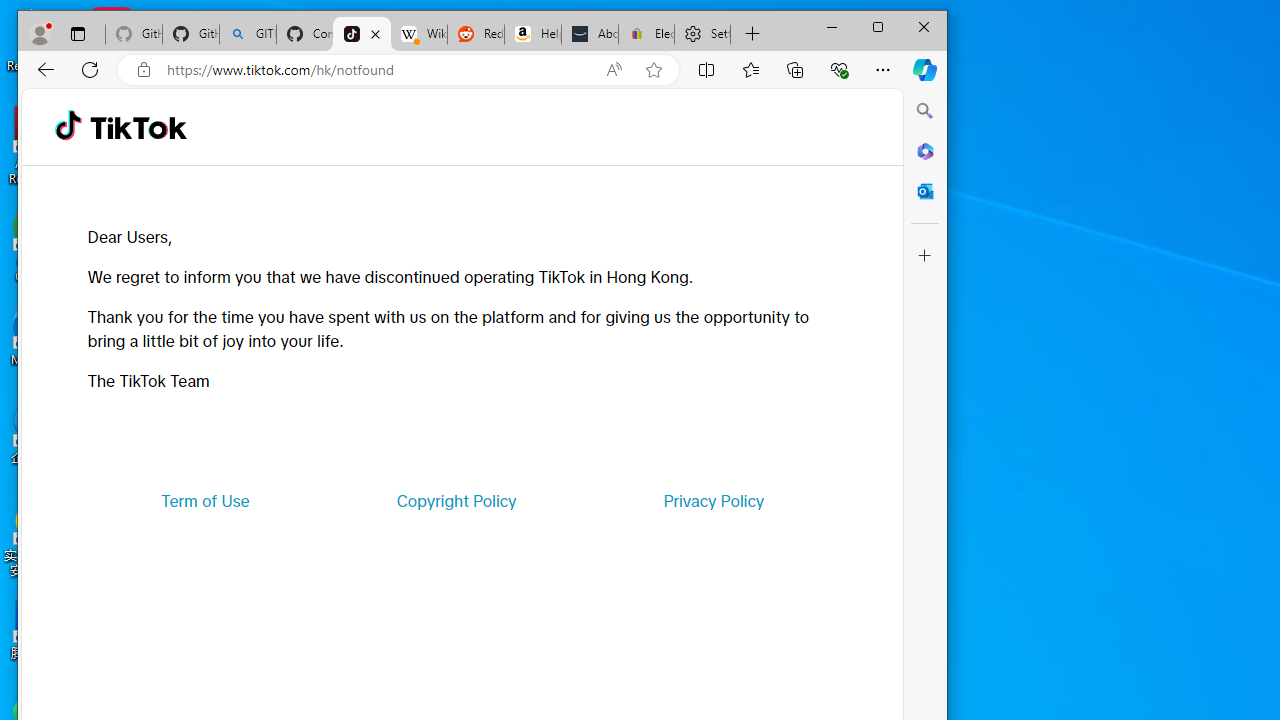 The image size is (1280, 720). What do you see at coordinates (713, 499) in the screenshot?
I see `'Privacy Policy'` at bounding box center [713, 499].